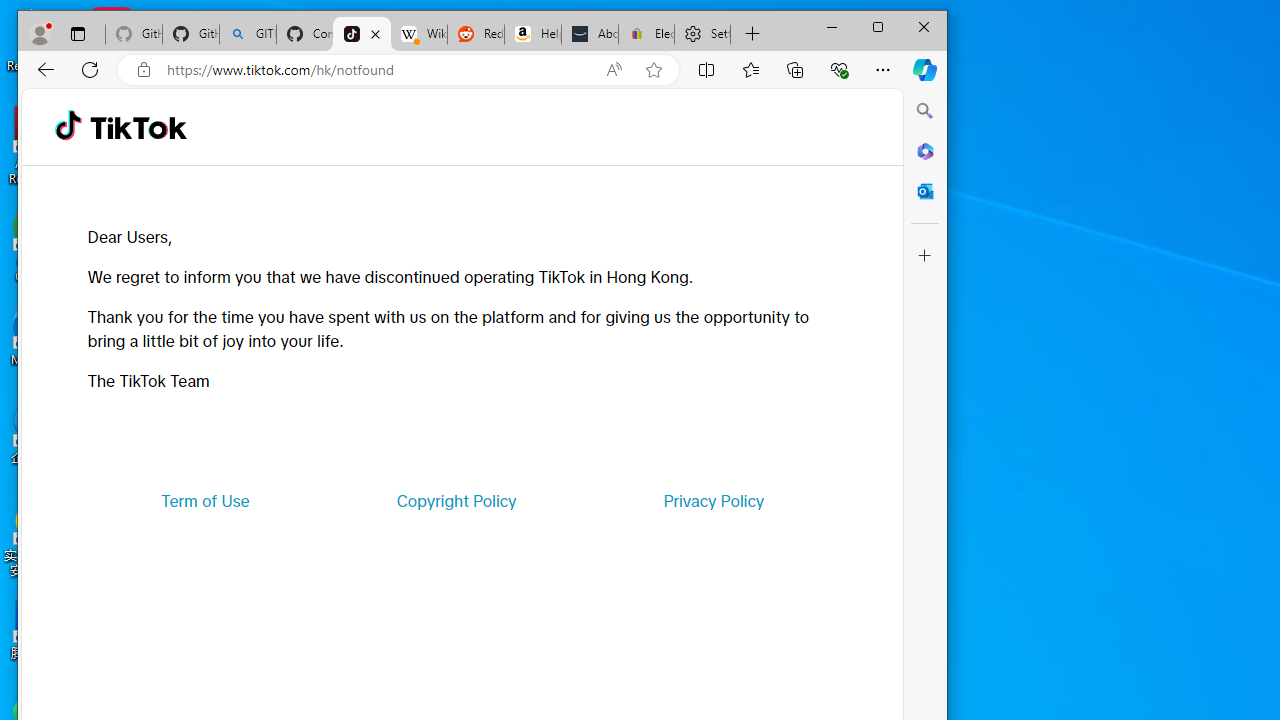 The image size is (1280, 720). What do you see at coordinates (713, 499) in the screenshot?
I see `'Privacy Policy'` at bounding box center [713, 499].